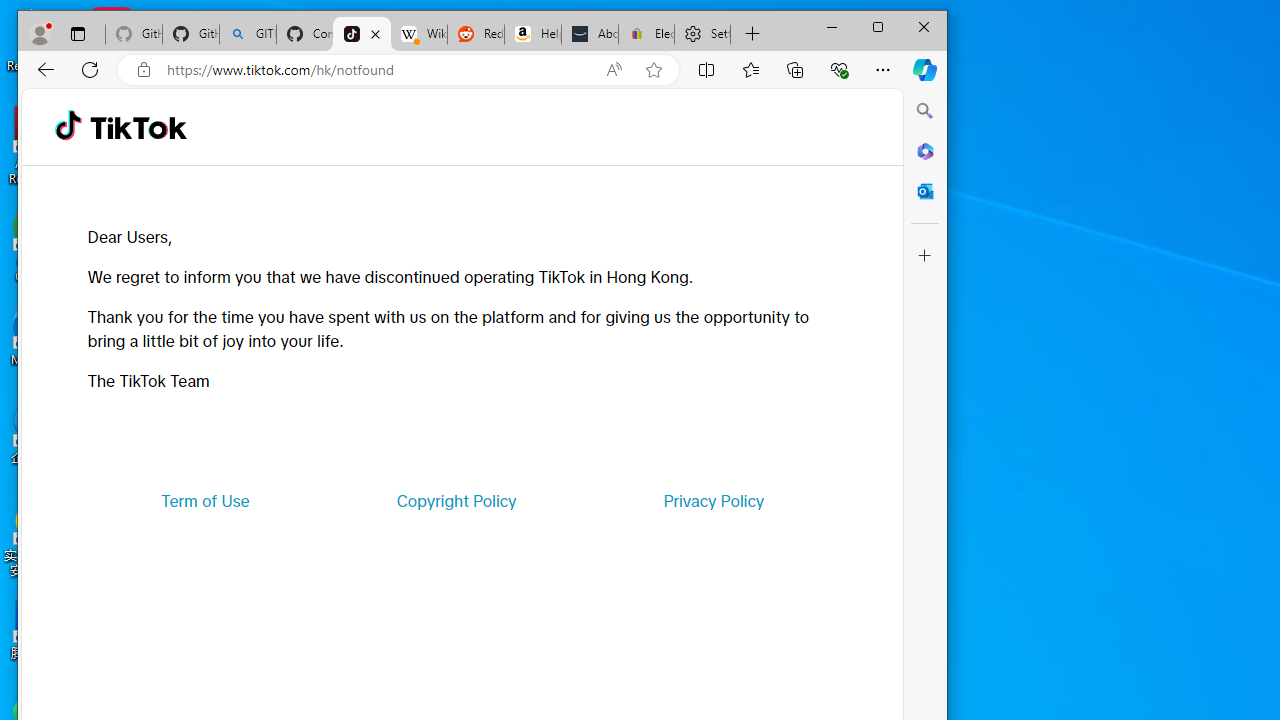 The image size is (1280, 720). What do you see at coordinates (713, 499) in the screenshot?
I see `'Privacy Policy'` at bounding box center [713, 499].